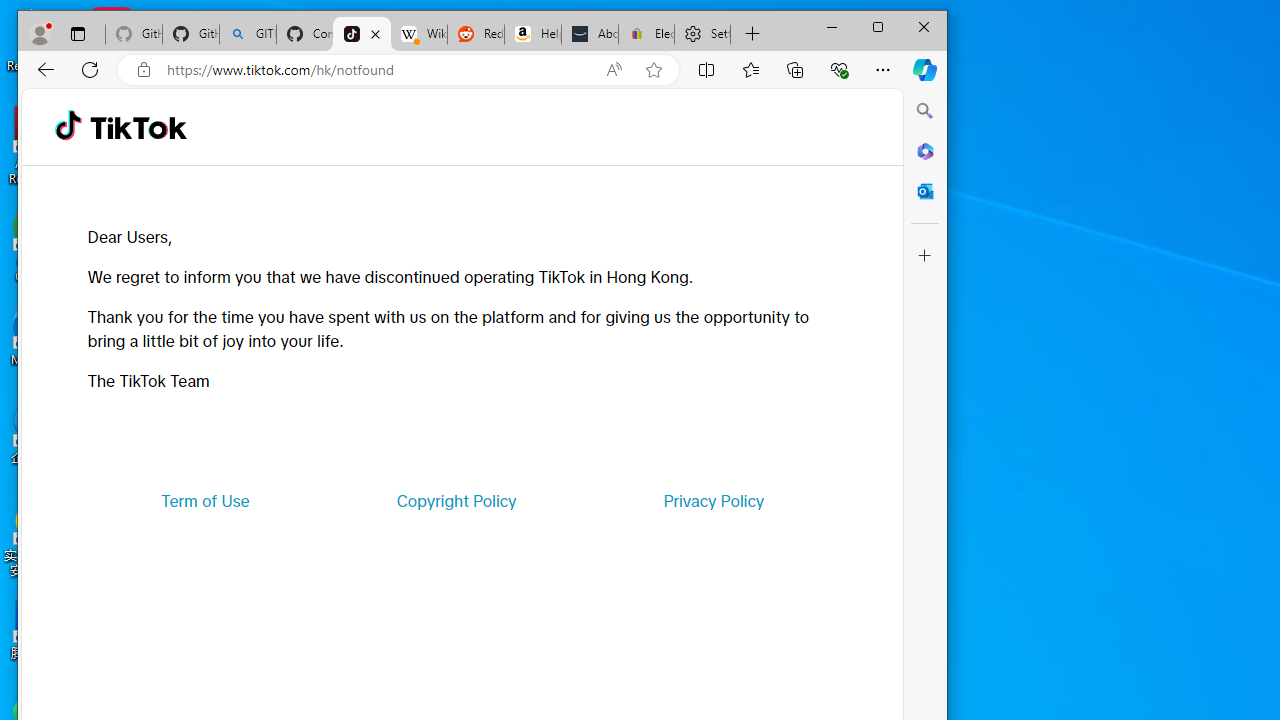 The image size is (1280, 720). What do you see at coordinates (713, 499) in the screenshot?
I see `'Privacy Policy'` at bounding box center [713, 499].